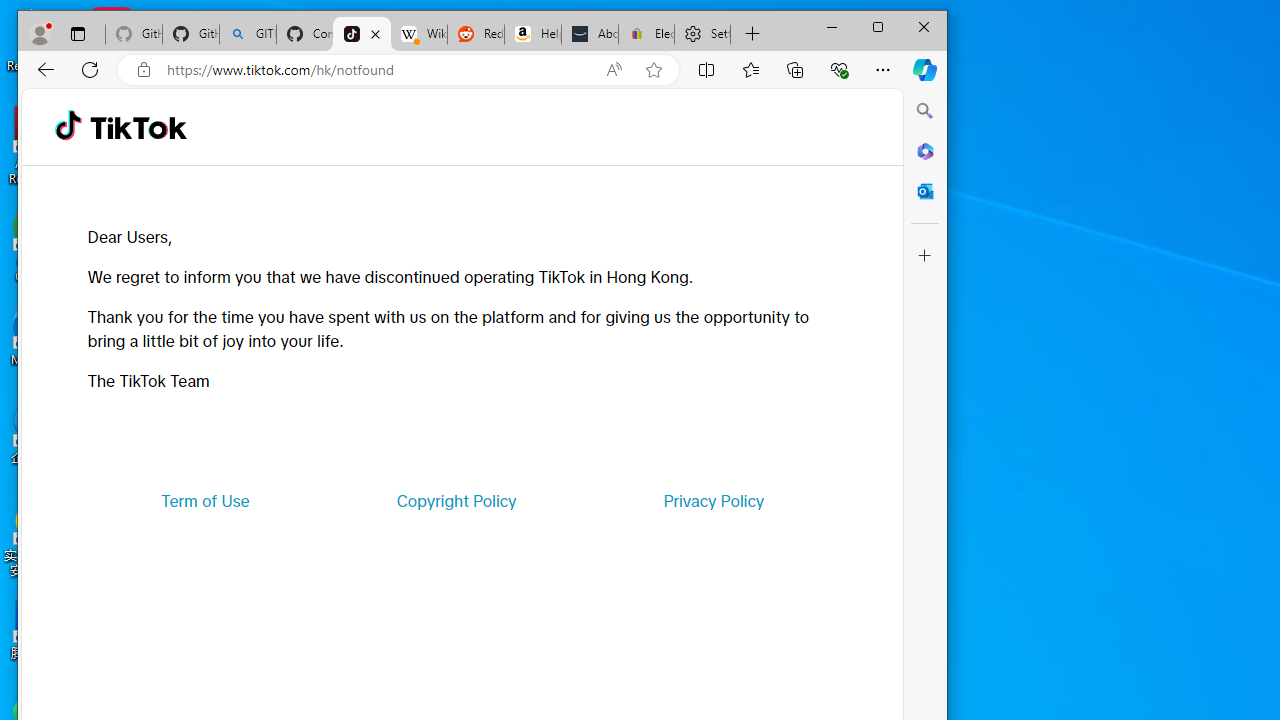 The image size is (1280, 720). What do you see at coordinates (713, 499) in the screenshot?
I see `'Privacy Policy'` at bounding box center [713, 499].